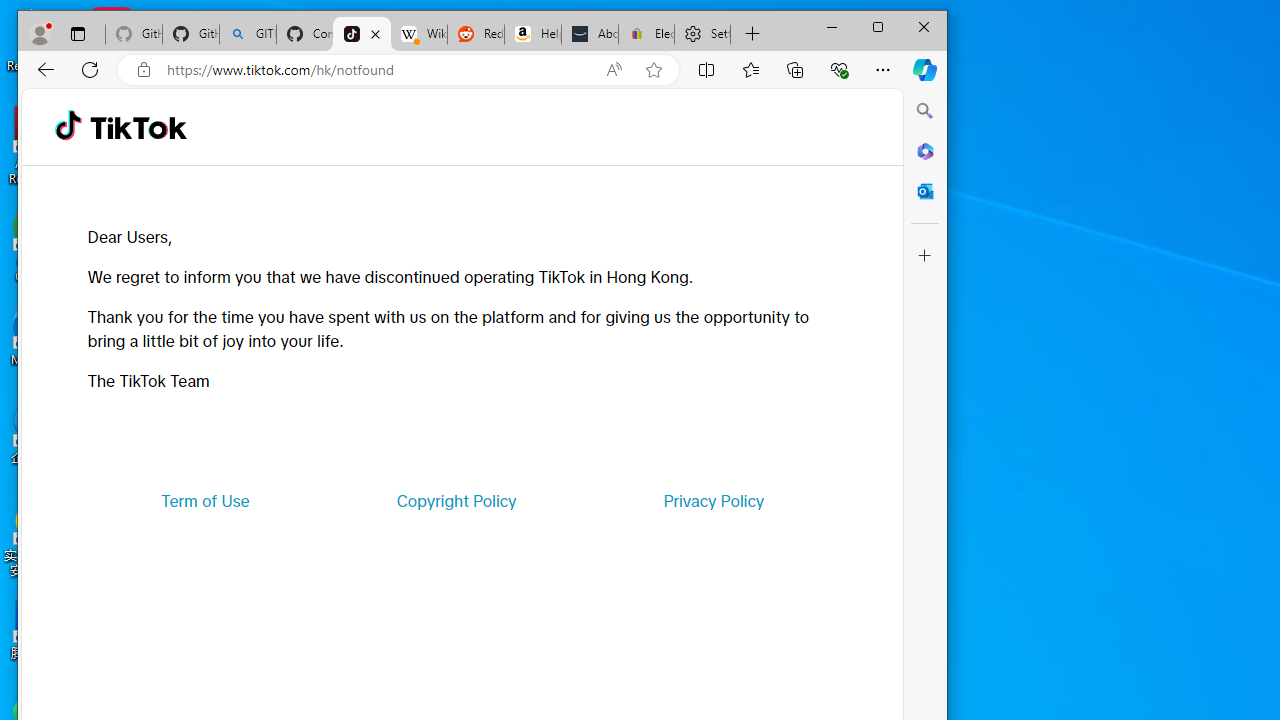 The image size is (1280, 720). What do you see at coordinates (713, 499) in the screenshot?
I see `'Privacy Policy'` at bounding box center [713, 499].